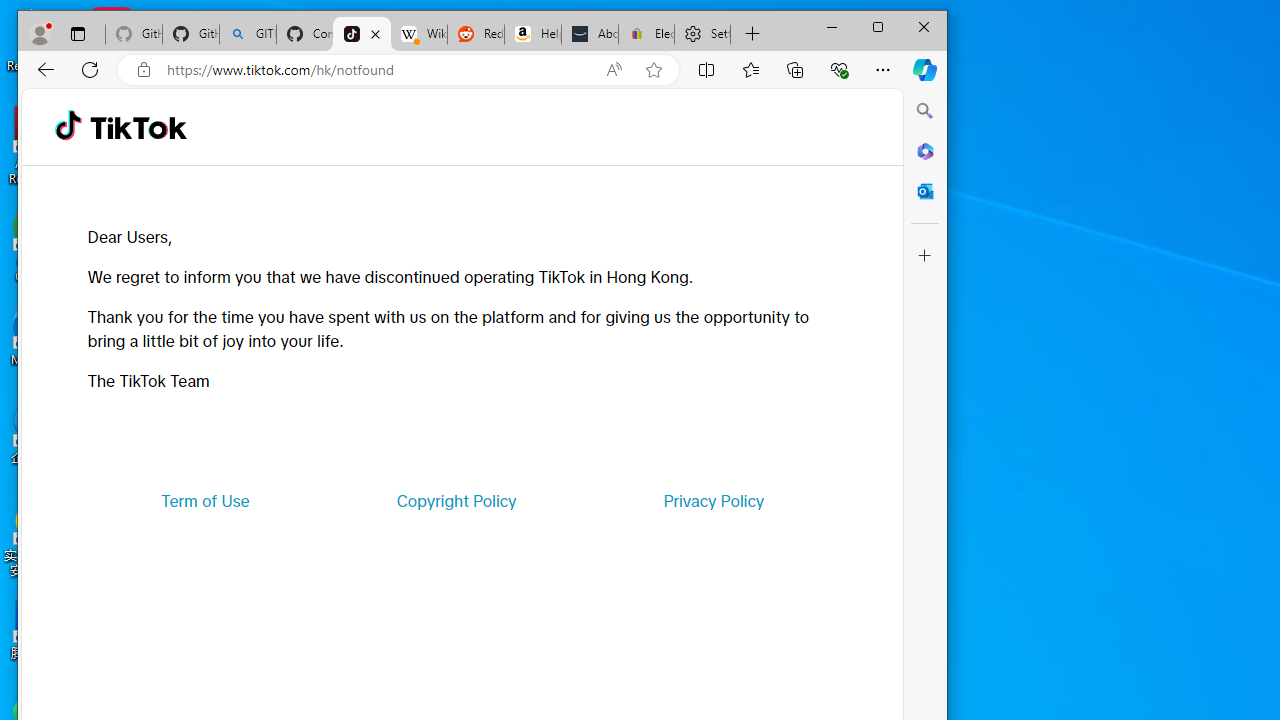 The image size is (1280, 720). What do you see at coordinates (713, 499) in the screenshot?
I see `'Privacy Policy'` at bounding box center [713, 499].